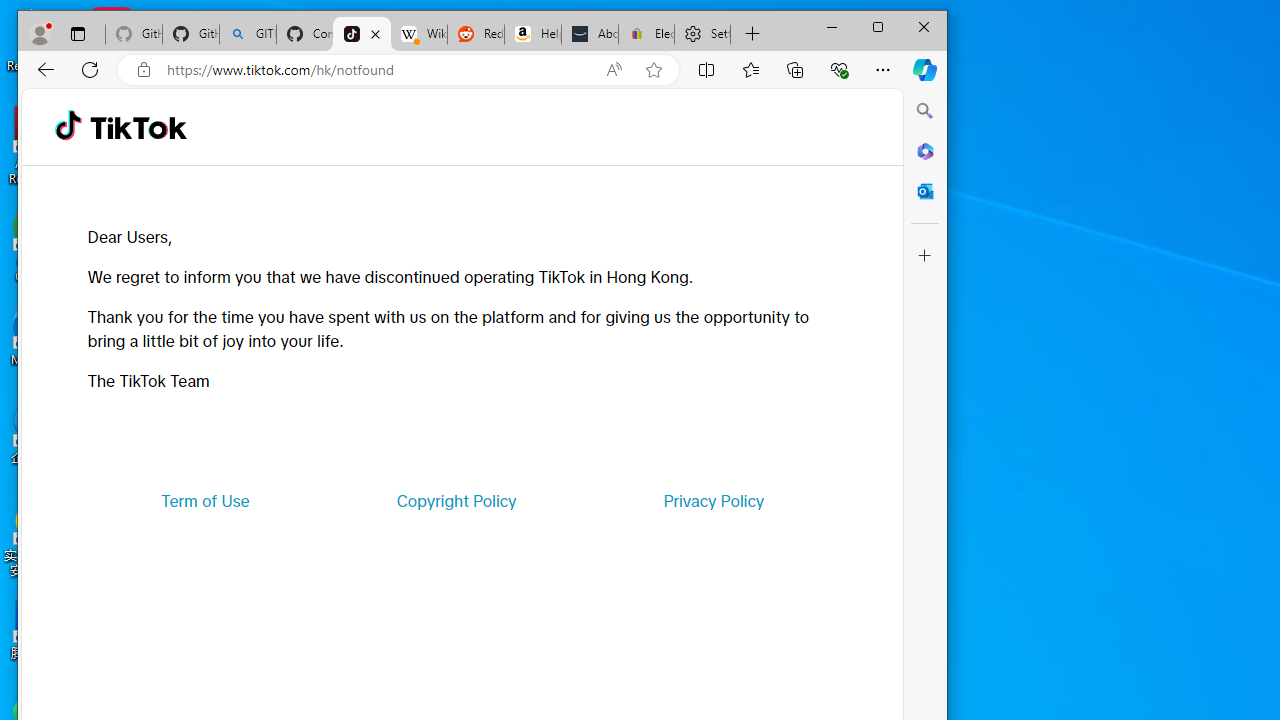 The image size is (1280, 720). What do you see at coordinates (713, 499) in the screenshot?
I see `'Privacy Policy'` at bounding box center [713, 499].